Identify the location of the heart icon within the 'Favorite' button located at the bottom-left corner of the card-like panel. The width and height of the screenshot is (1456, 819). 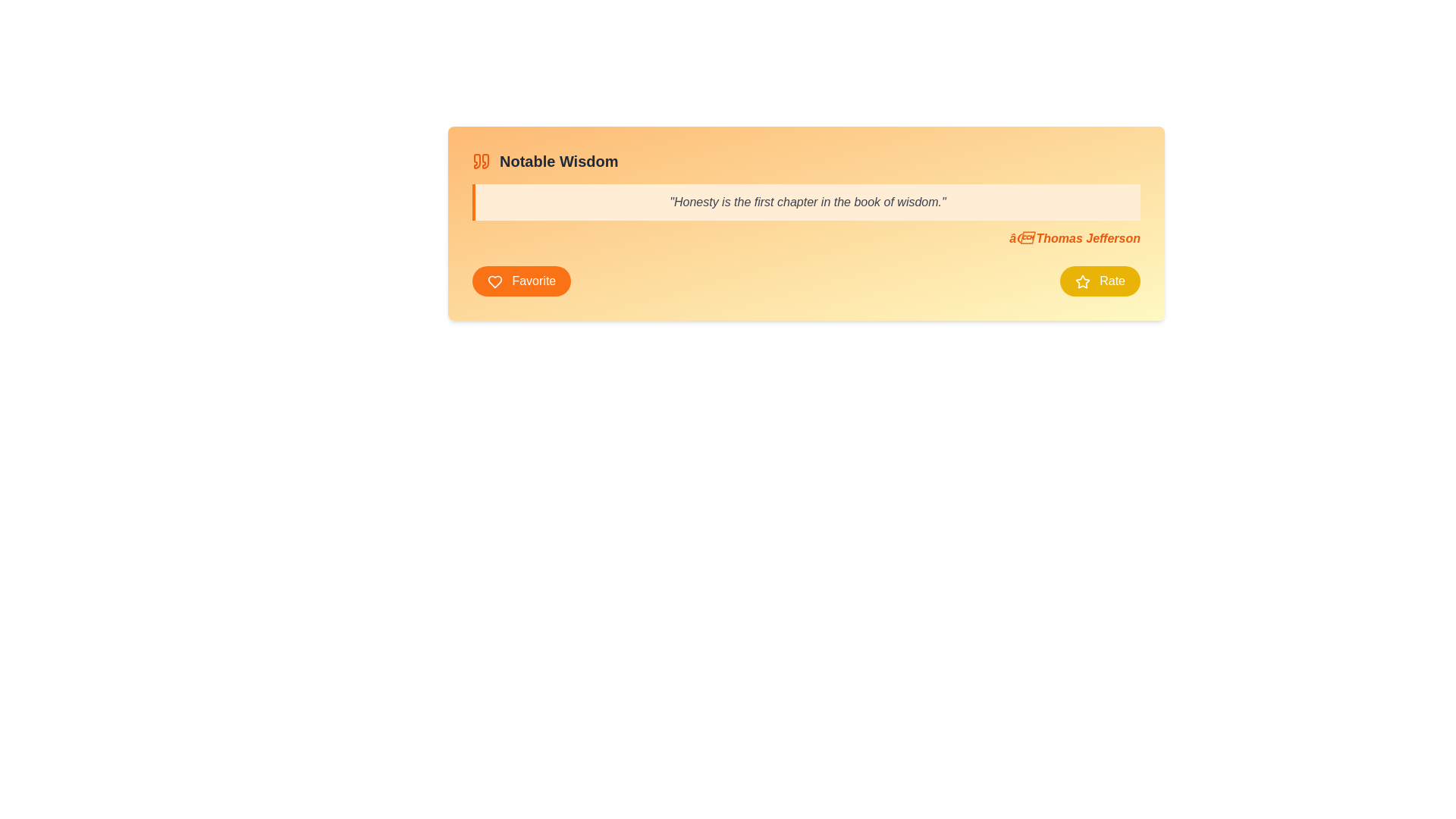
(494, 281).